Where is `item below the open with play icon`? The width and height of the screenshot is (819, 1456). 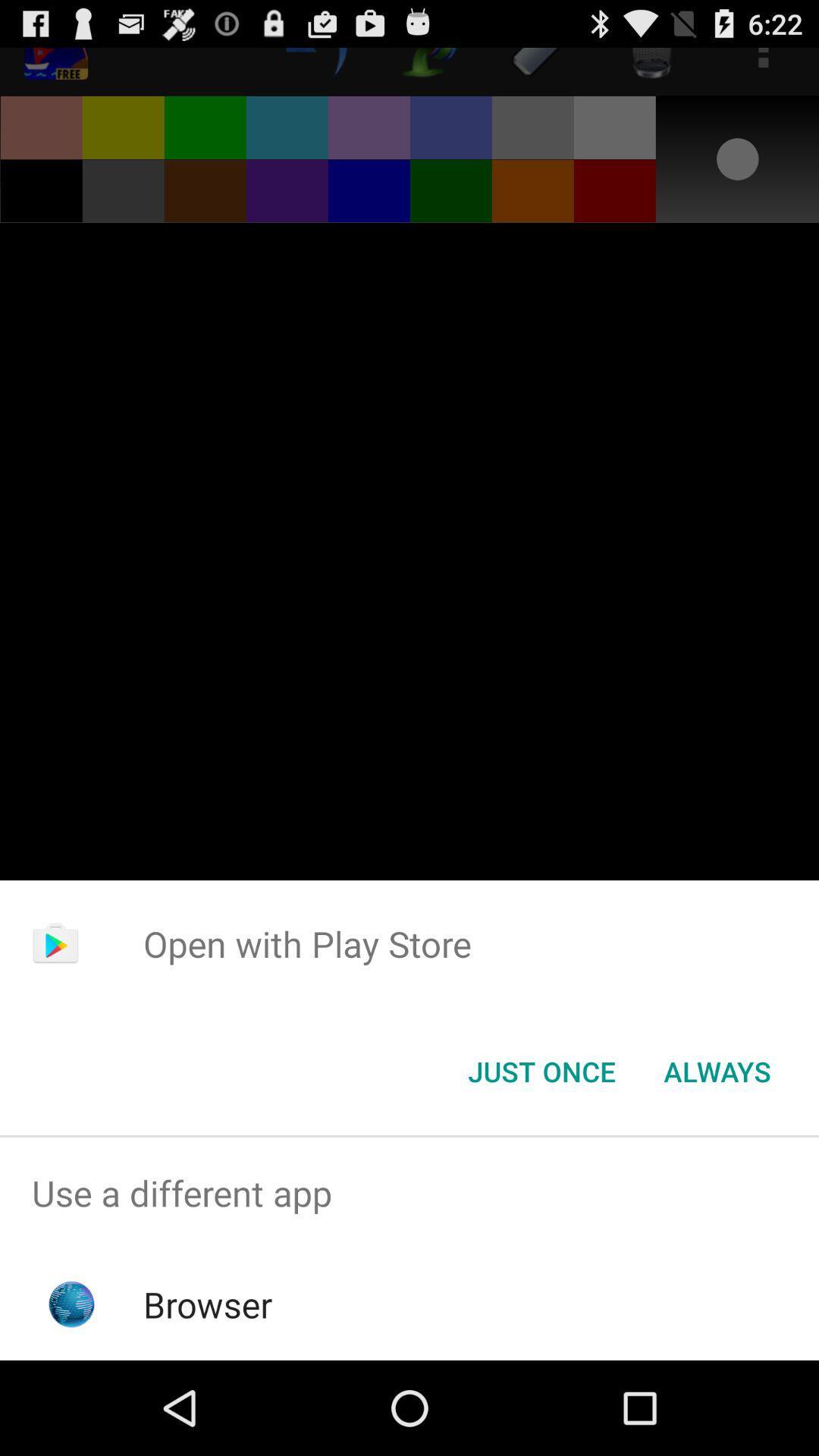
item below the open with play icon is located at coordinates (717, 1070).